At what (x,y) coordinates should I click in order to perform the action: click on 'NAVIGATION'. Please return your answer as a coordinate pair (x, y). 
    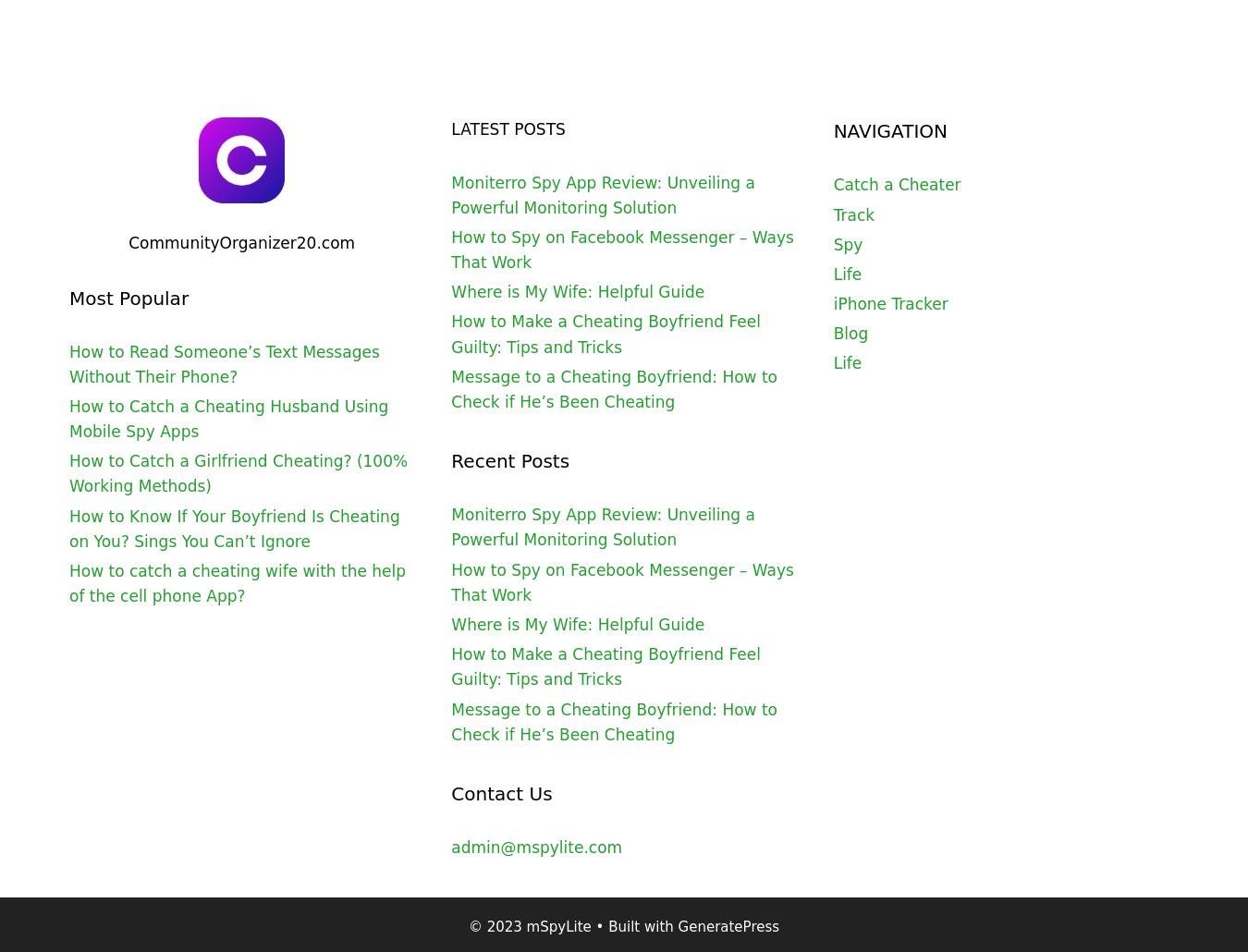
    Looking at the image, I should click on (888, 130).